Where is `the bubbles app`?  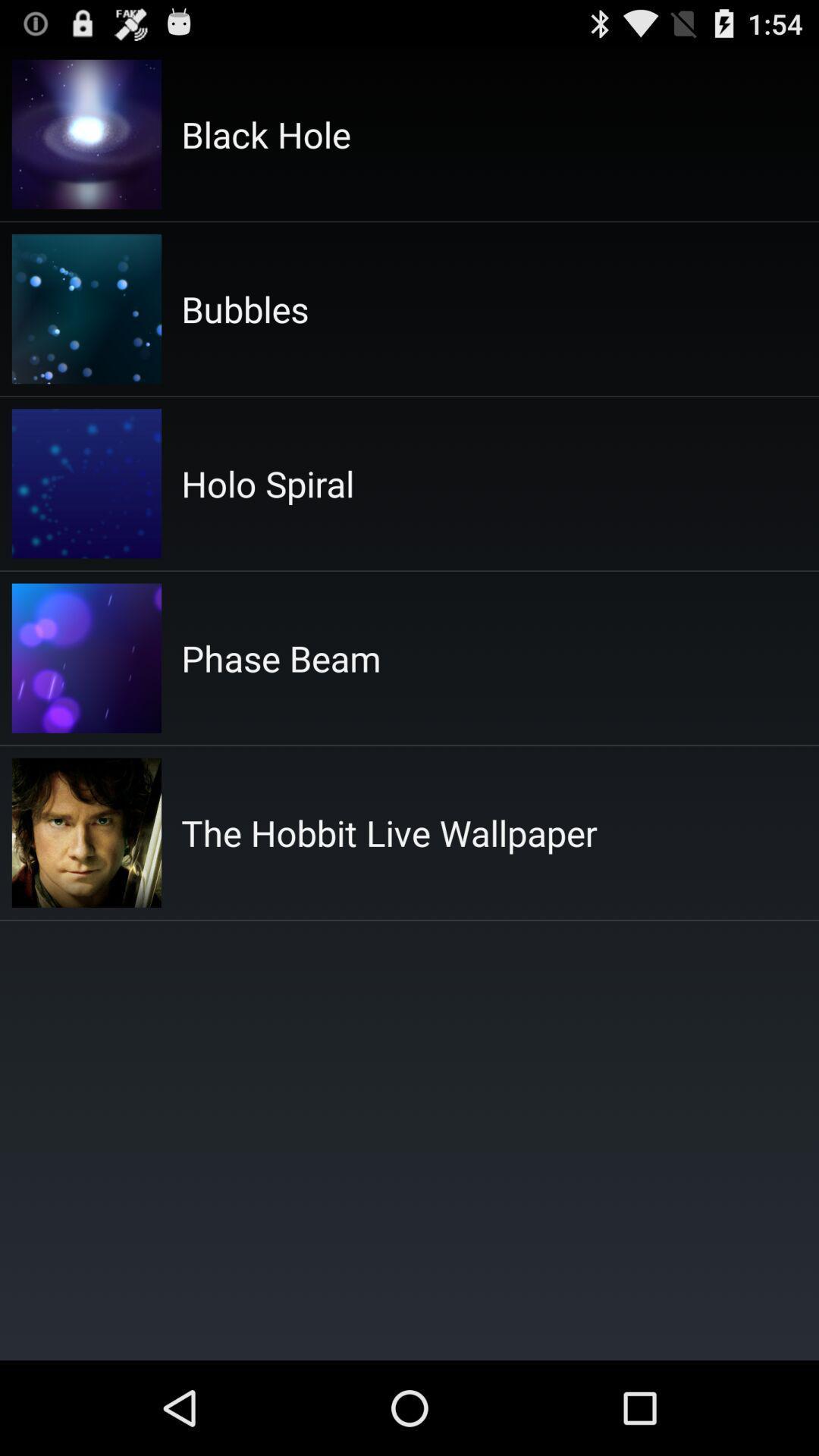 the bubbles app is located at coordinates (244, 308).